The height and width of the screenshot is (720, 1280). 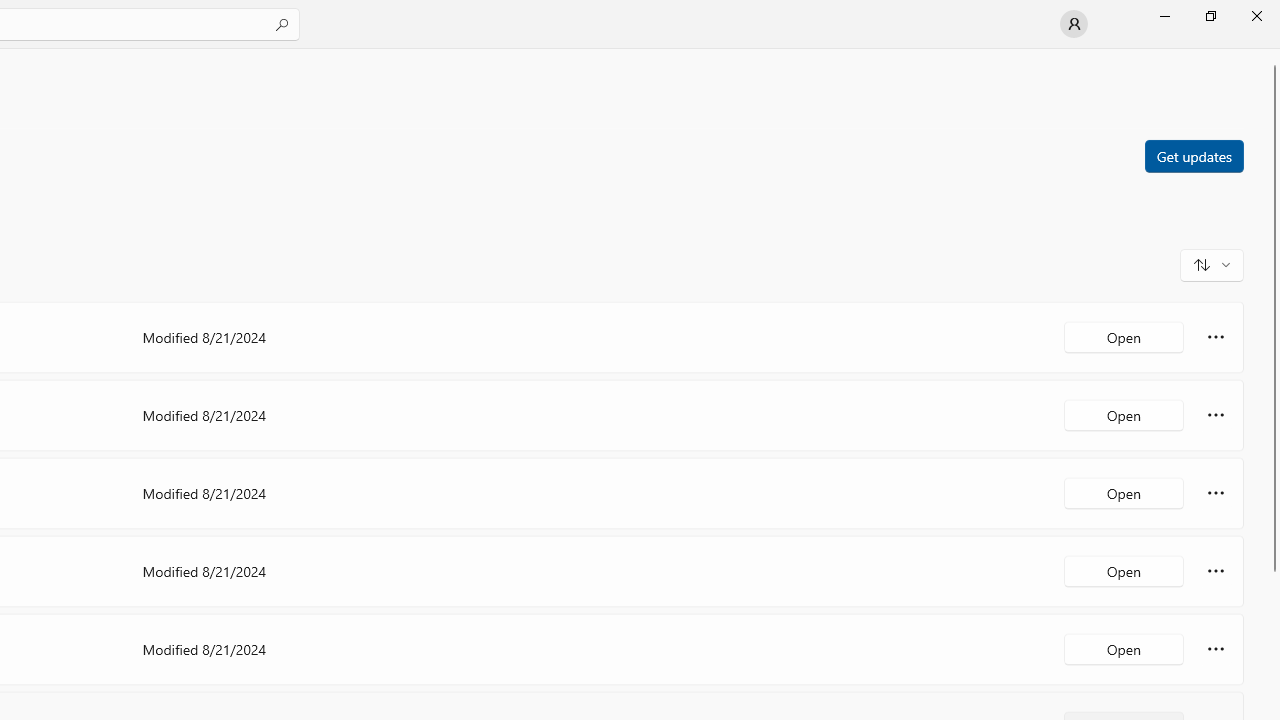 What do you see at coordinates (1215, 649) in the screenshot?
I see `'More options'` at bounding box center [1215, 649].